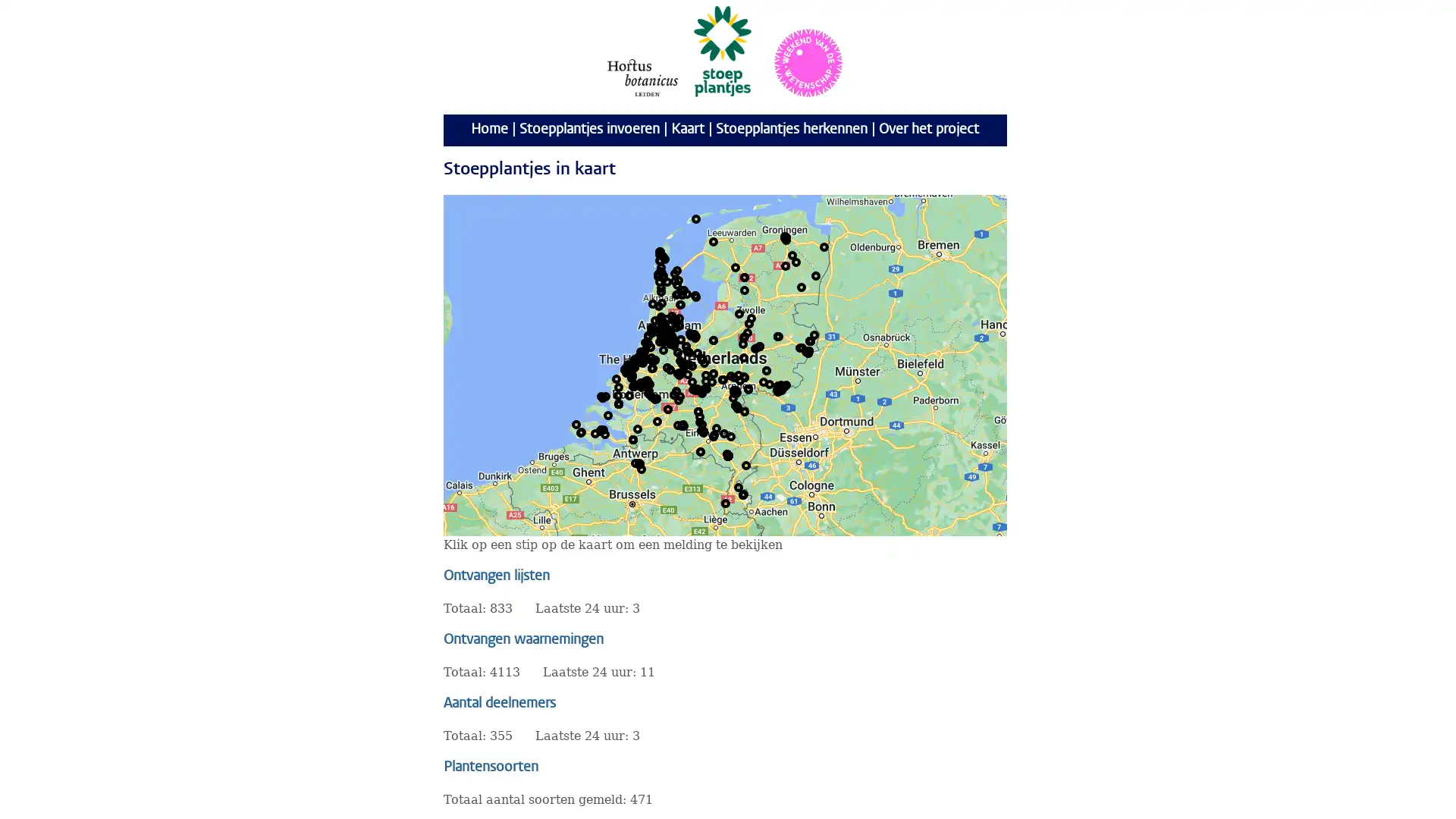 This screenshot has height=819, width=1456. I want to click on Telling van op 10 oktober 2021, so click(673, 271).